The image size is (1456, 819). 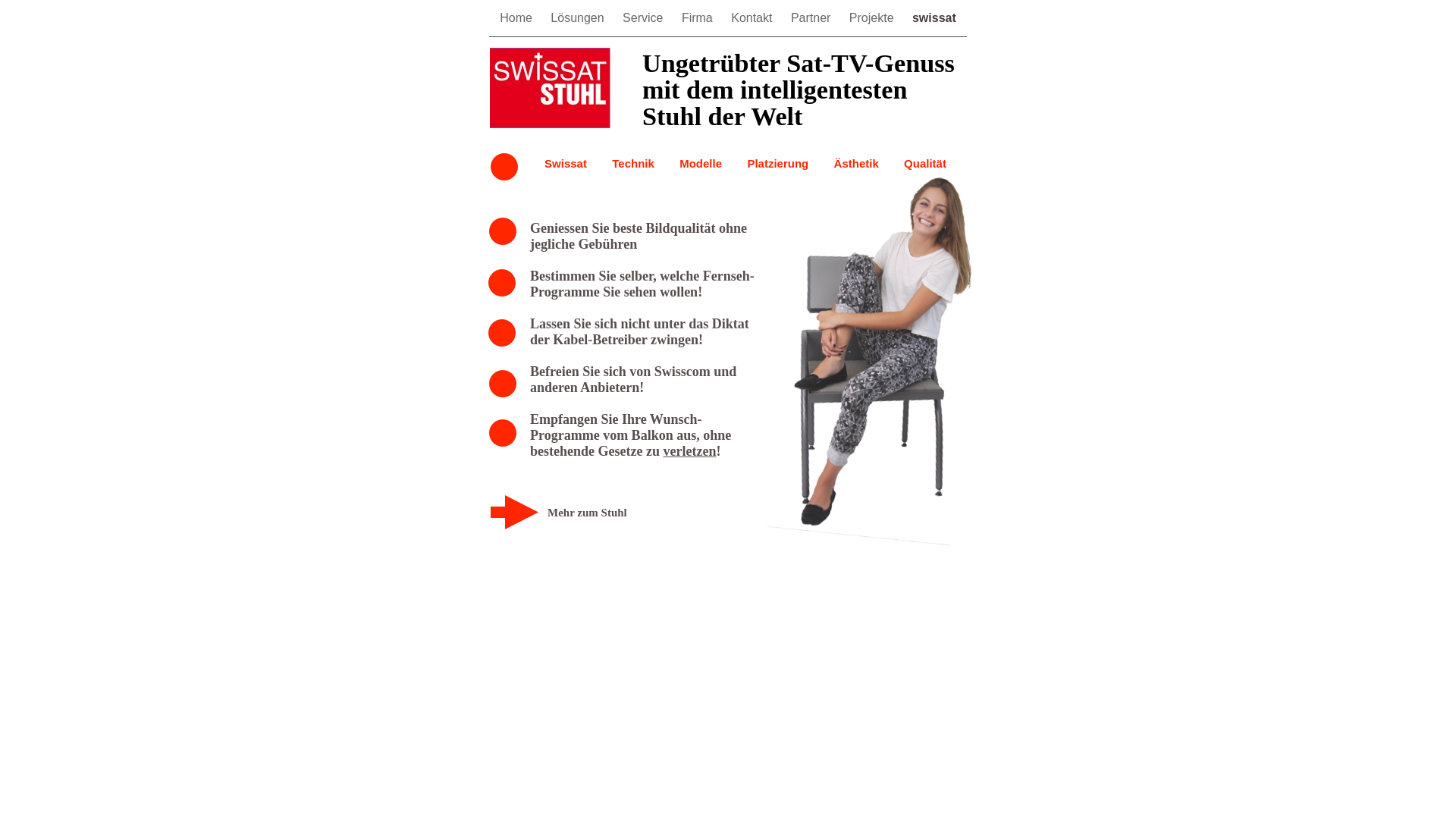 I want to click on 'Platzierung', so click(x=777, y=163).